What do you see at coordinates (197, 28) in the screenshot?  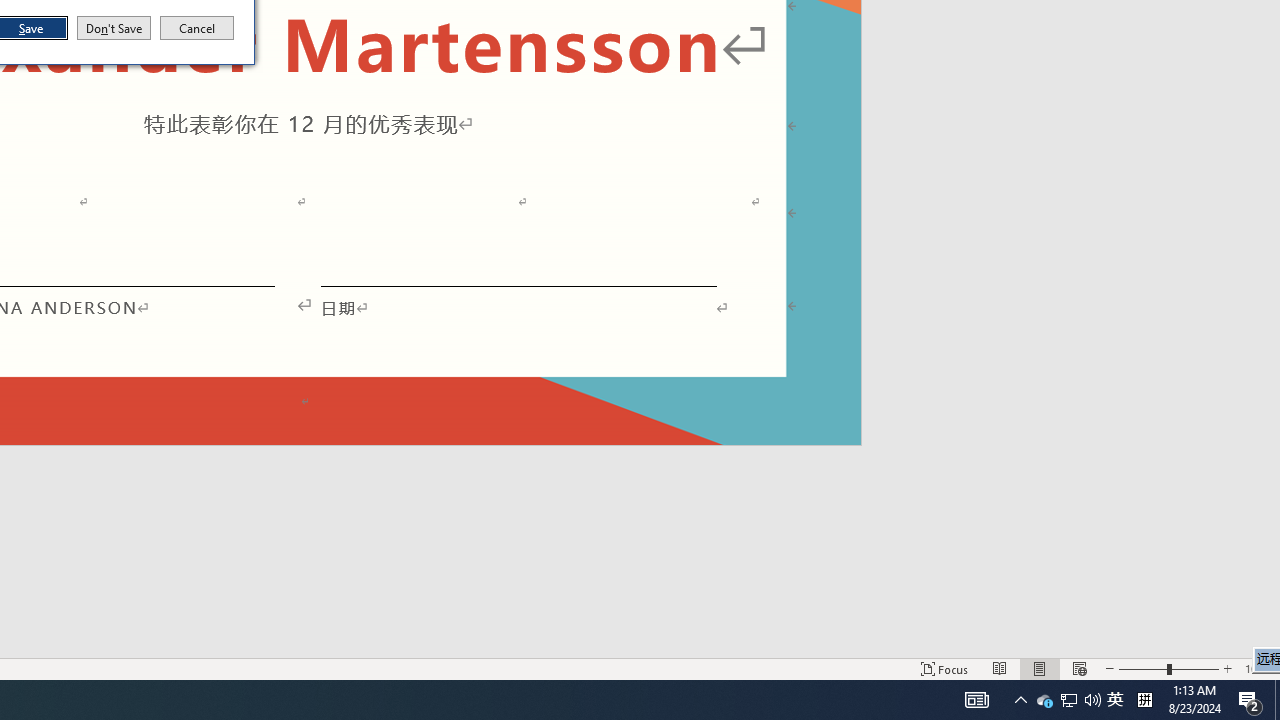 I see `'Cancel'` at bounding box center [197, 28].